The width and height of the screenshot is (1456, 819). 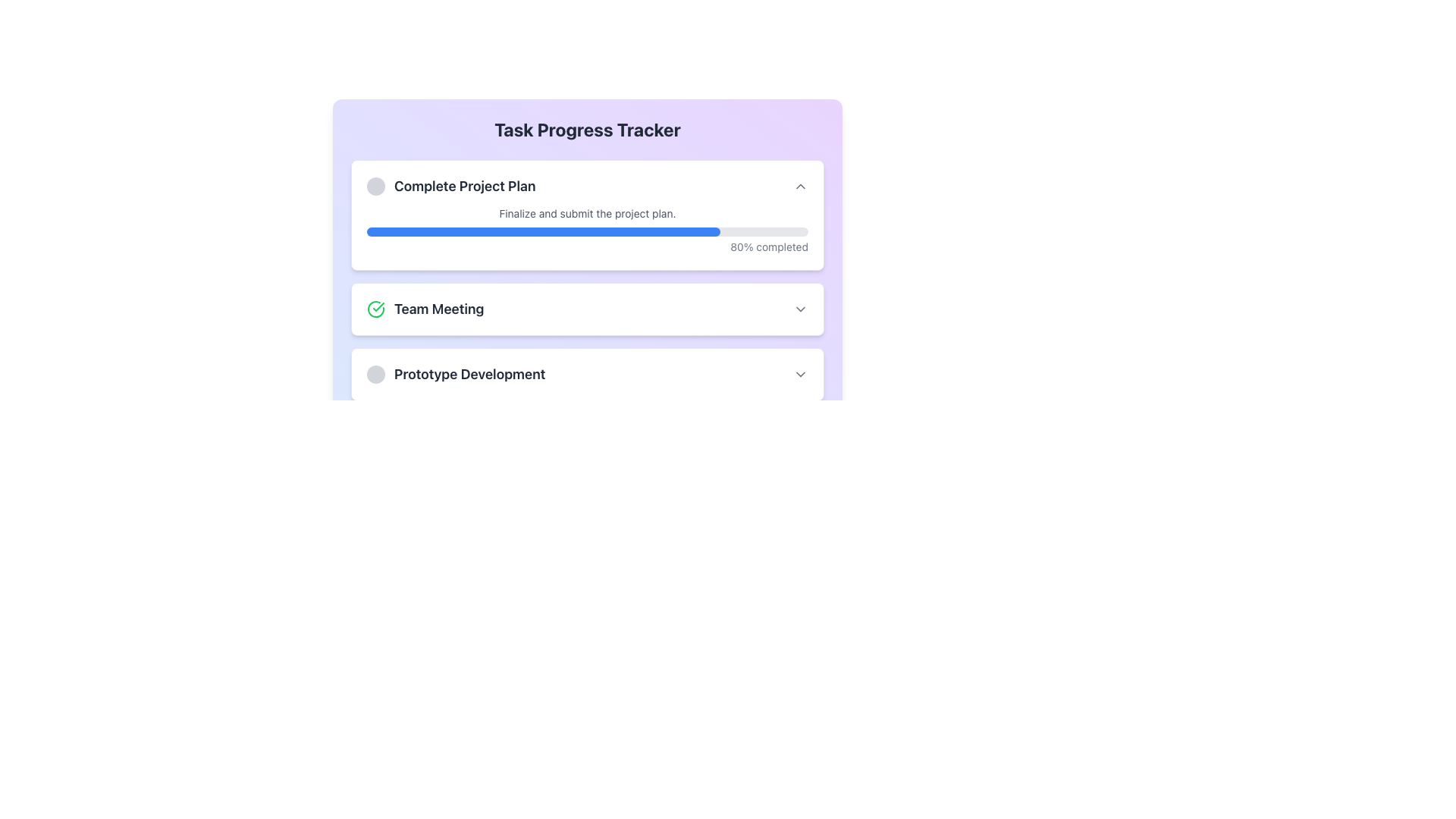 I want to click on the 'Team Meeting' text label element, which displays the text in a bold, large gray font, located in the second row of the task progress tracker, following a green checkmark icon, so click(x=438, y=309).